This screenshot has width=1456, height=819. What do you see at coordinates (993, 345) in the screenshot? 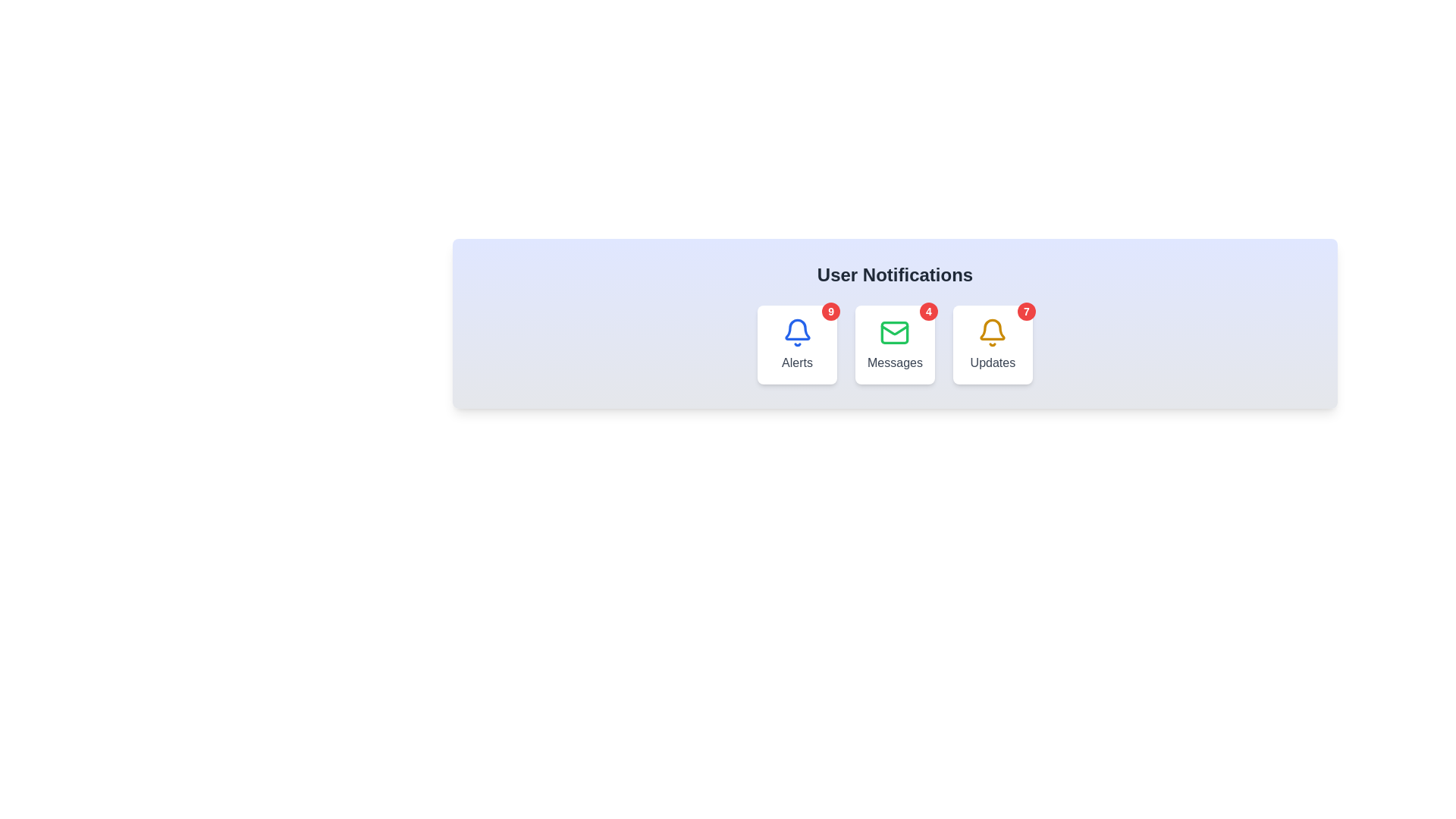
I see `the Notification card with a white background and rounded corners, which contains a bell icon and a red badge with the digit '7'` at bounding box center [993, 345].